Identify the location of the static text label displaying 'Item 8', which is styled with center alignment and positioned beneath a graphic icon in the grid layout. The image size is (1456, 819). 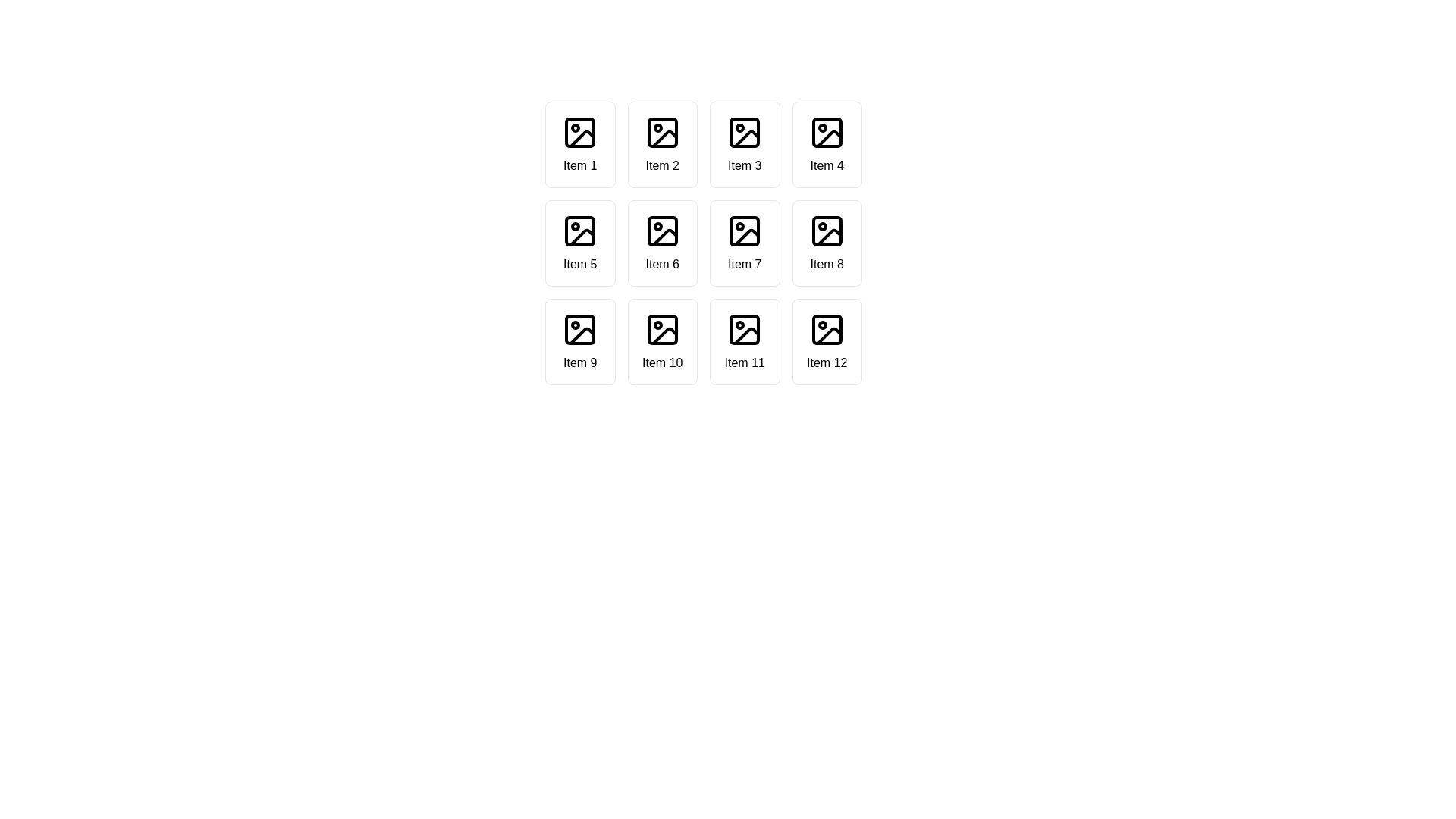
(826, 263).